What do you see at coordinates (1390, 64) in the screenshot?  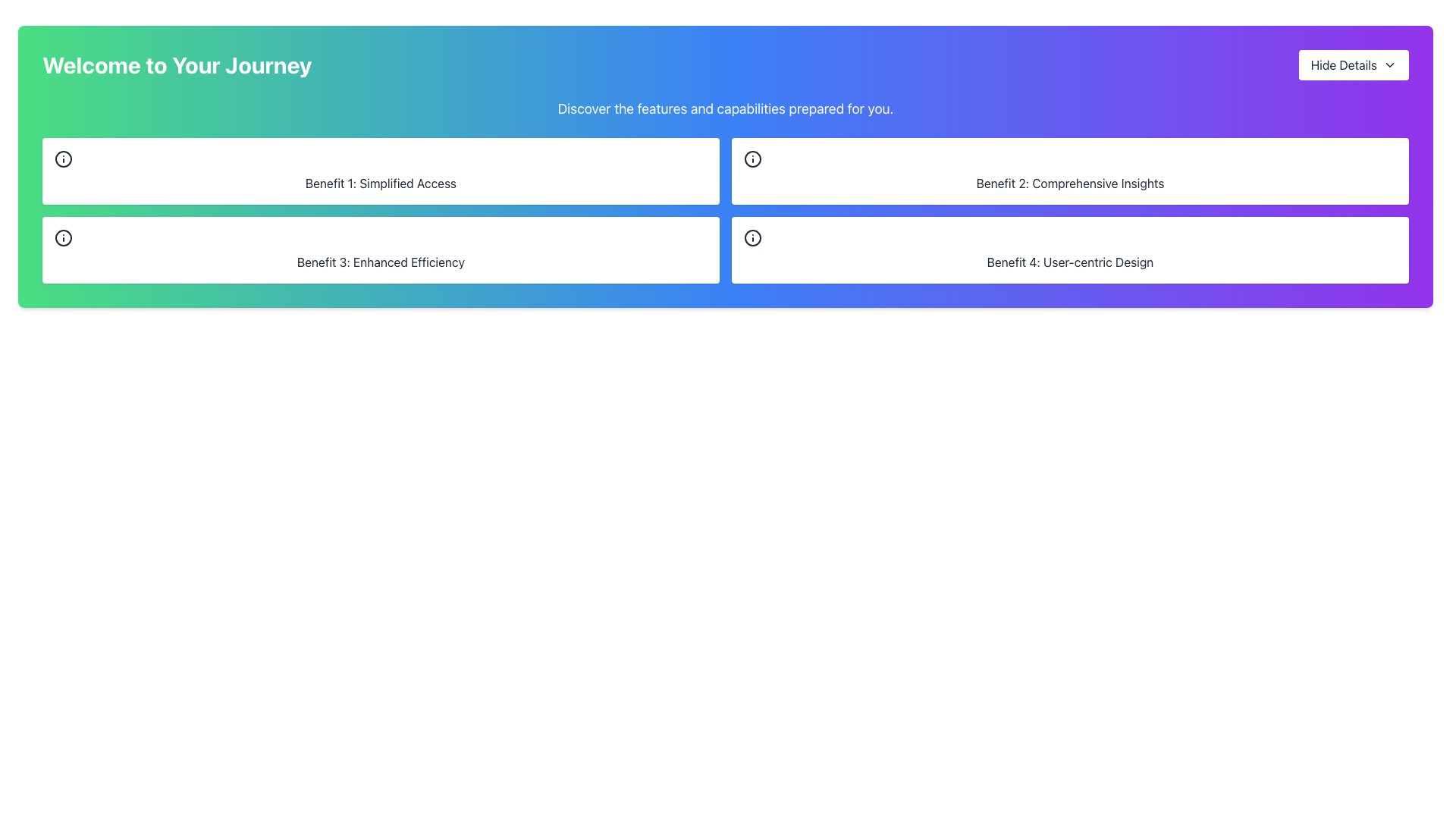 I see `the downward chevron icon located to the right of the 'Hide Details' button` at bounding box center [1390, 64].